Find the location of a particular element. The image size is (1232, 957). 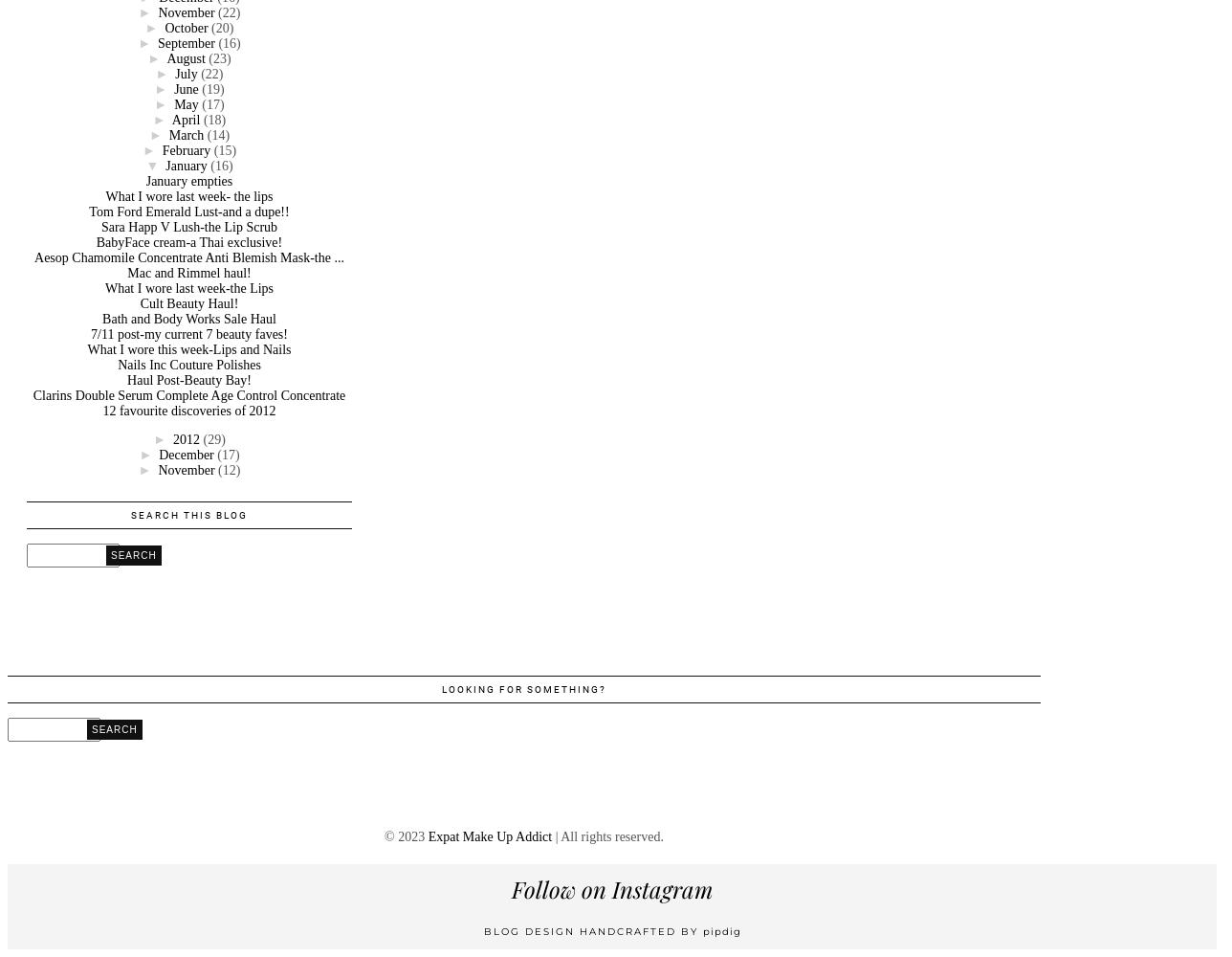

'September' is located at coordinates (186, 42).